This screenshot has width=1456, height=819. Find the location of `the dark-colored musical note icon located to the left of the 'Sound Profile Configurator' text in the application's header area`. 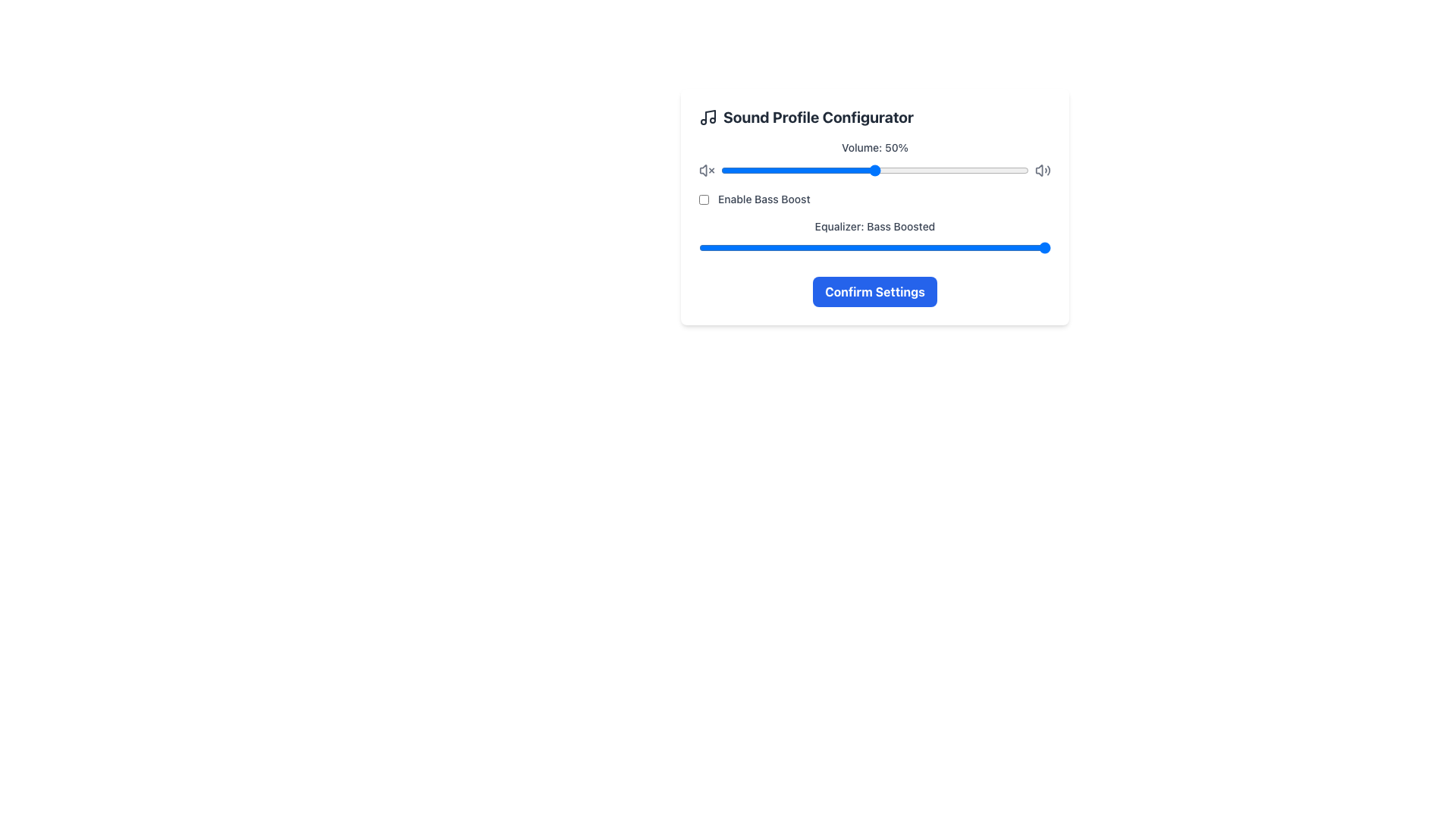

the dark-colored musical note icon located to the left of the 'Sound Profile Configurator' text in the application's header area is located at coordinates (708, 116).